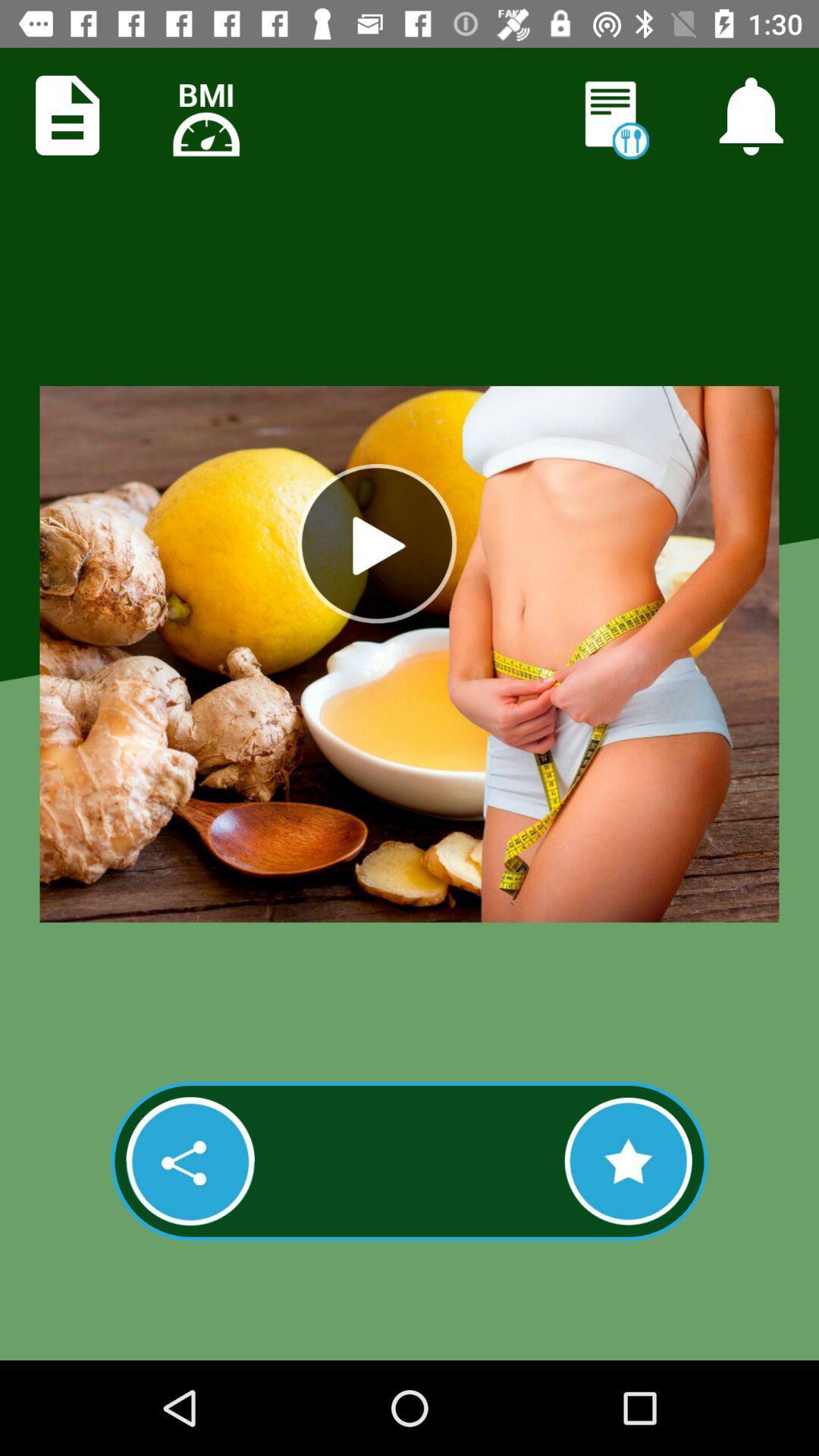  Describe the element at coordinates (628, 1160) in the screenshot. I see `this video` at that location.